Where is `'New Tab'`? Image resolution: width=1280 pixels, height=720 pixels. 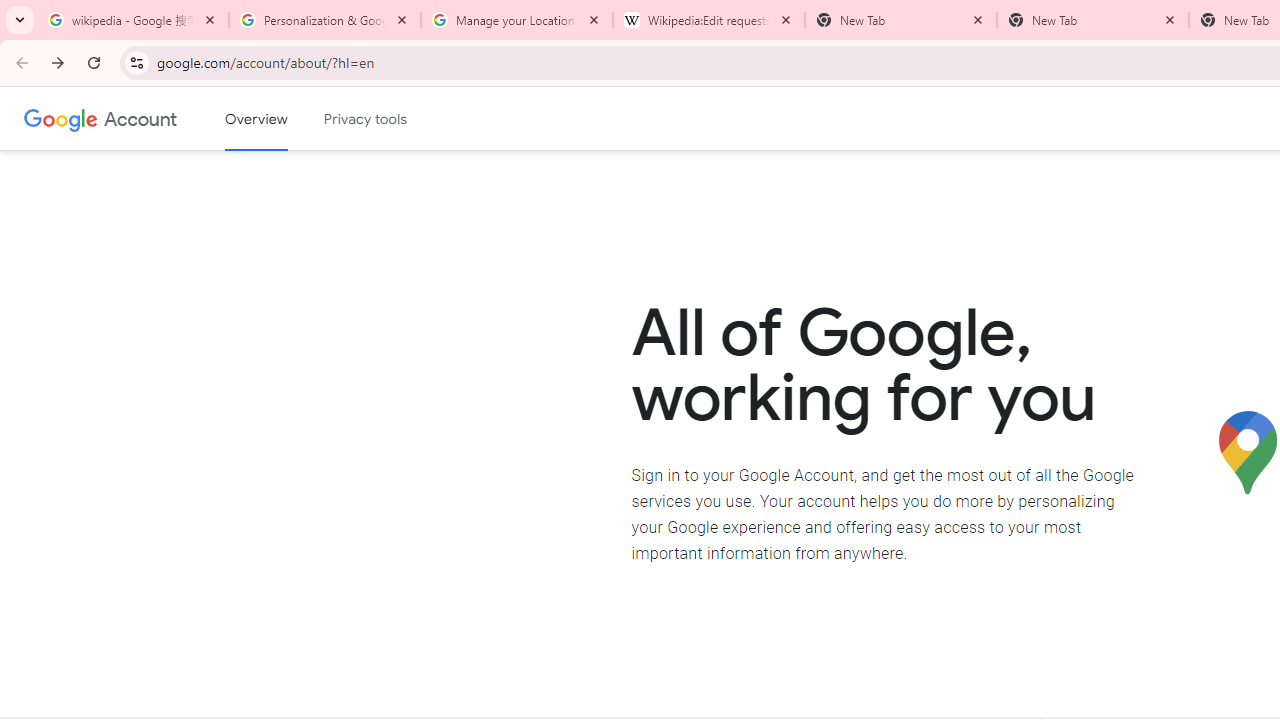
'New Tab' is located at coordinates (1092, 20).